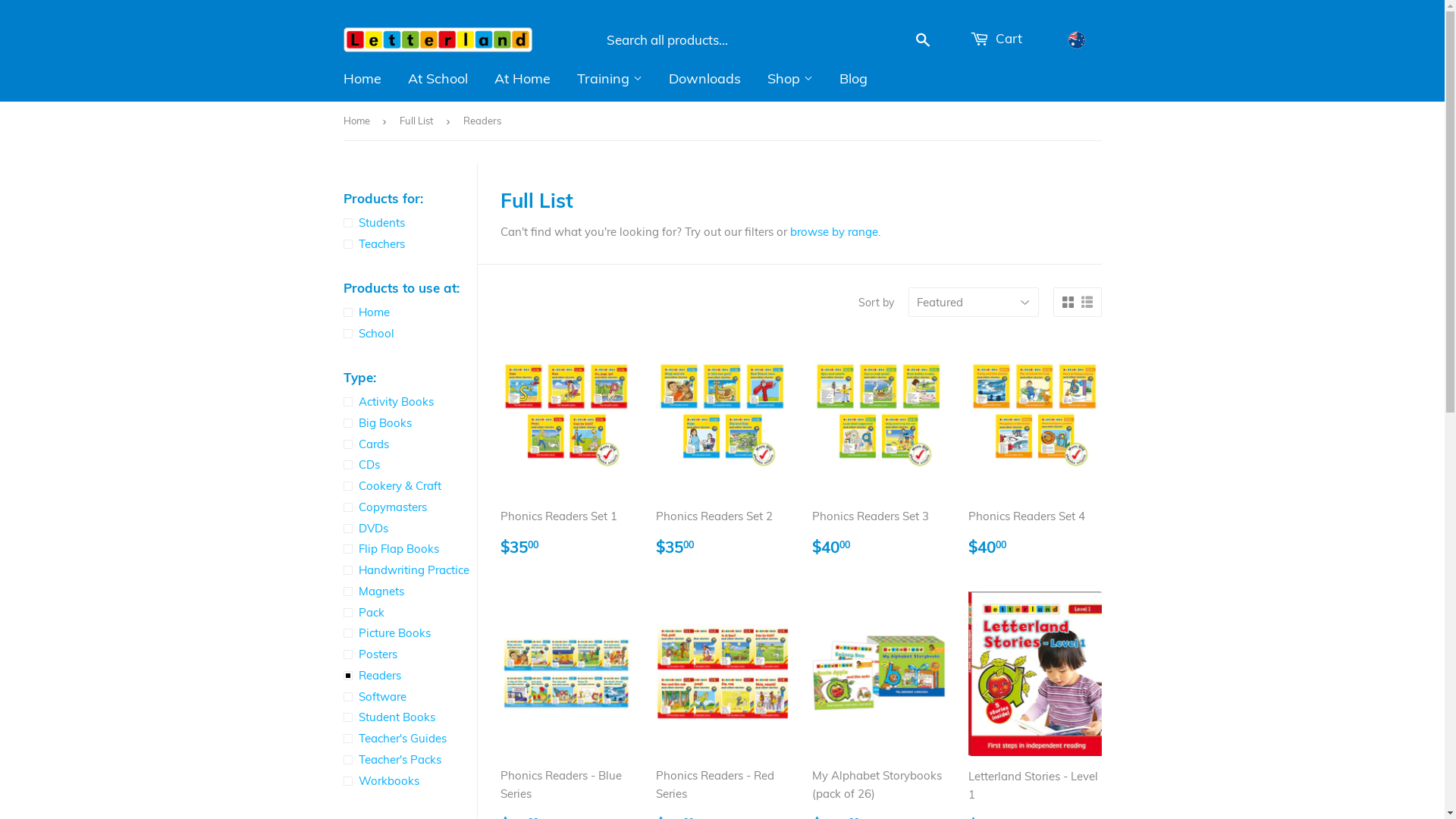 This screenshot has width=1456, height=819. Describe the element at coordinates (566, 450) in the screenshot. I see `'Phonics Readers Set 1` at that location.